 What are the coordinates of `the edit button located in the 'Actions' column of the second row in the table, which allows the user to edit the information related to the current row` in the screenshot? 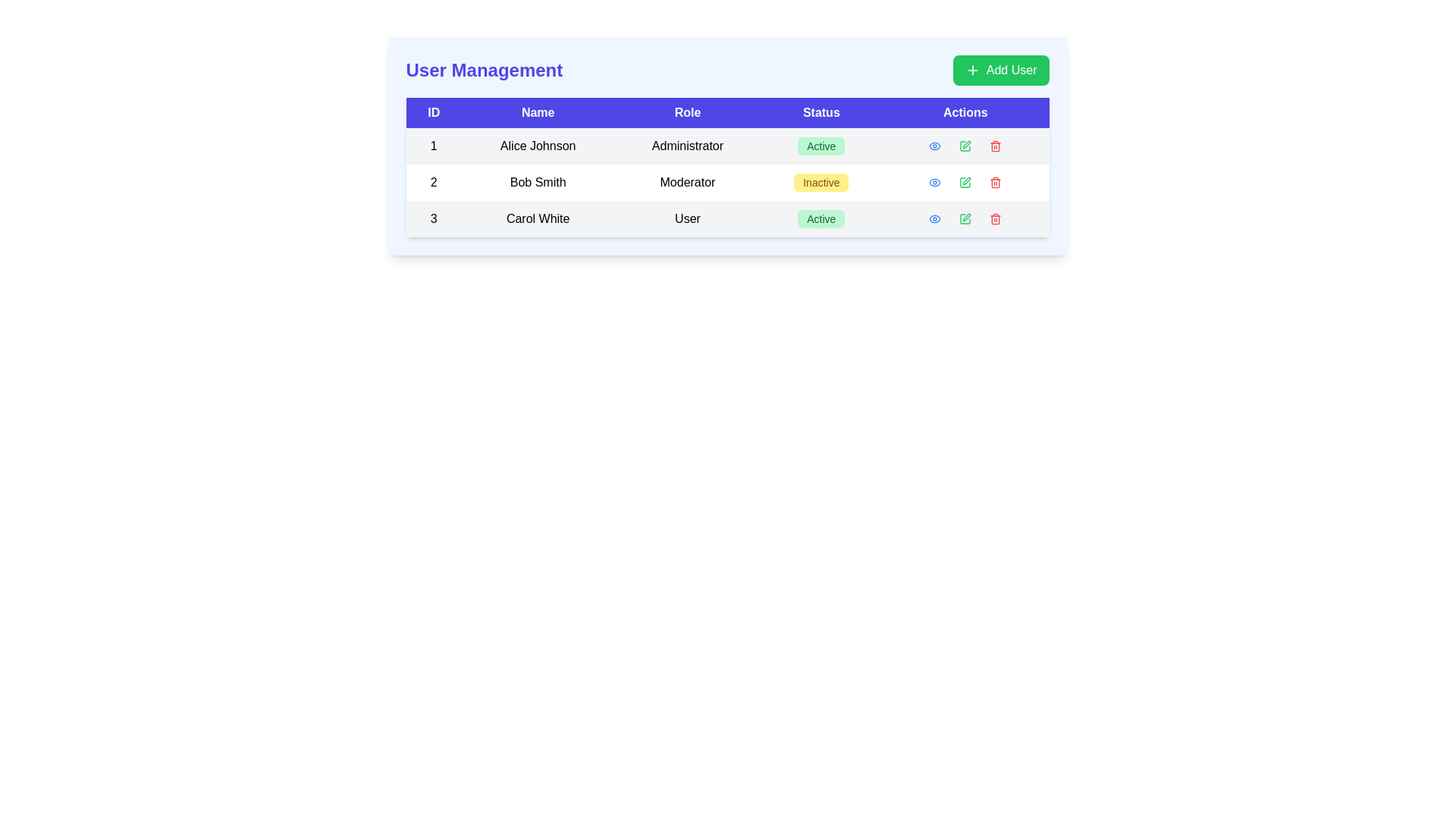 It's located at (965, 181).